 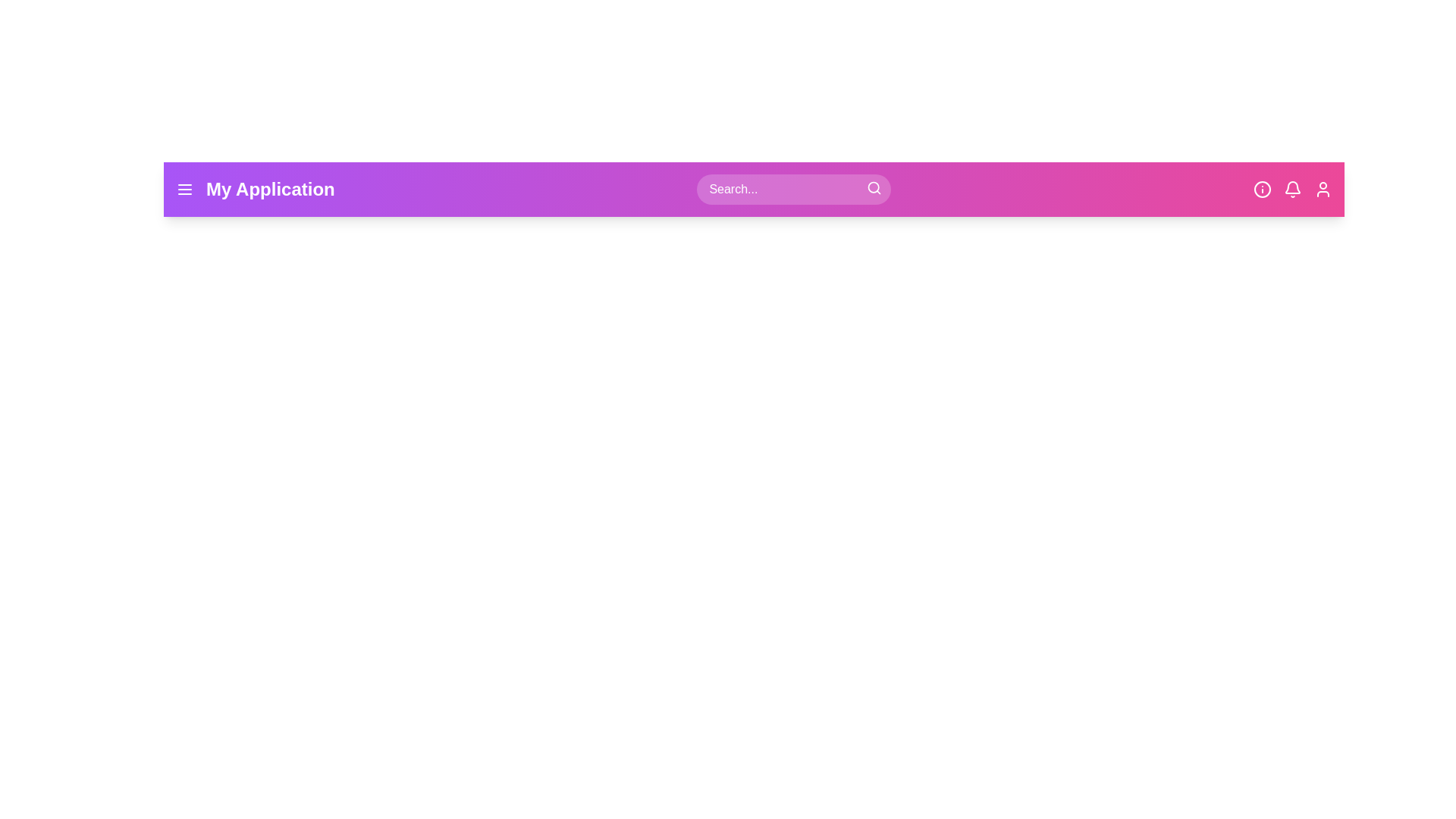 What do you see at coordinates (1263, 189) in the screenshot?
I see `the information button in the app bar` at bounding box center [1263, 189].